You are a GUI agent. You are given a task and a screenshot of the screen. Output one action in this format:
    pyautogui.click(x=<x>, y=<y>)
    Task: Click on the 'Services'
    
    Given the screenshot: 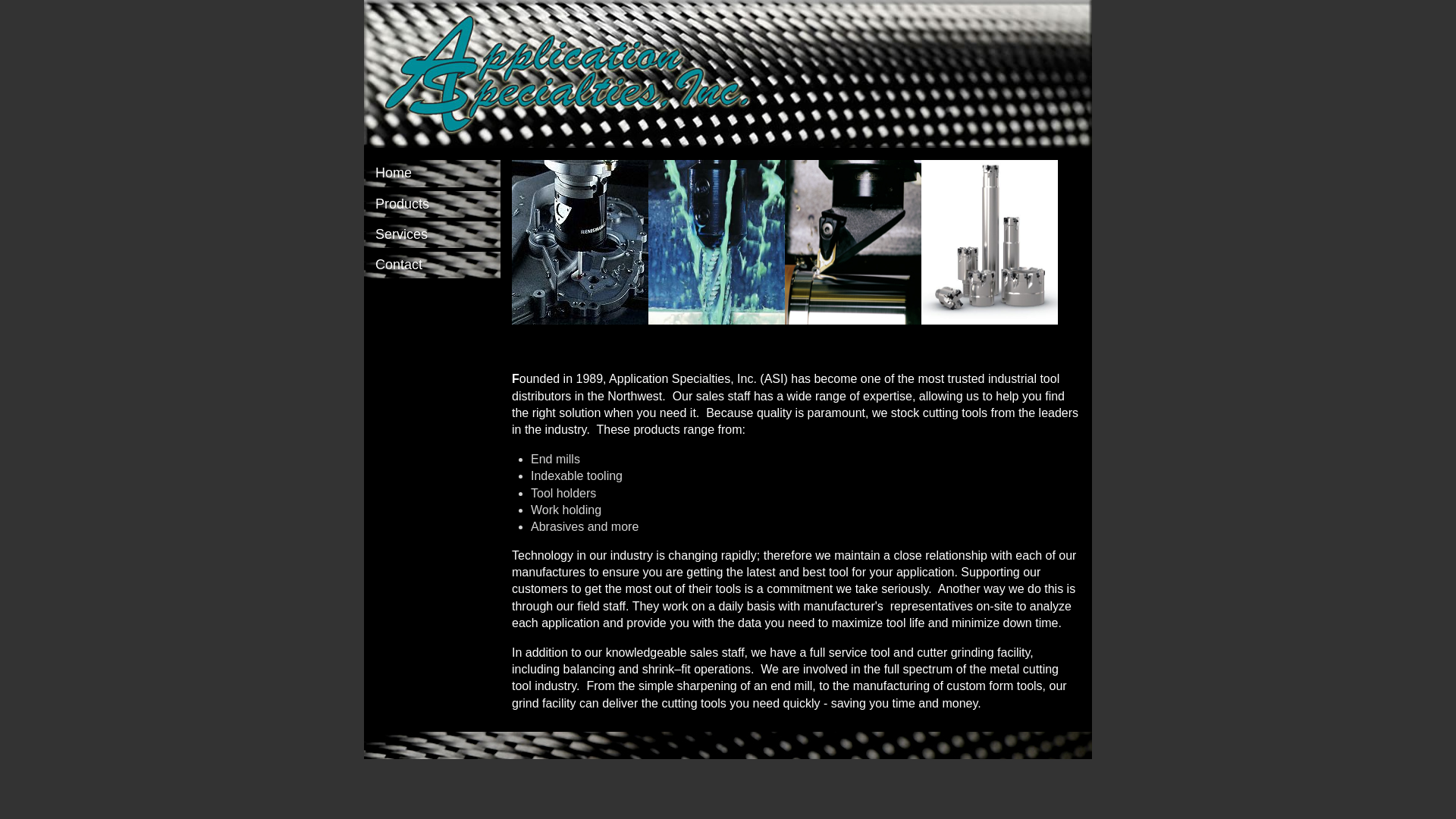 What is the action you would take?
    pyautogui.click(x=431, y=234)
    